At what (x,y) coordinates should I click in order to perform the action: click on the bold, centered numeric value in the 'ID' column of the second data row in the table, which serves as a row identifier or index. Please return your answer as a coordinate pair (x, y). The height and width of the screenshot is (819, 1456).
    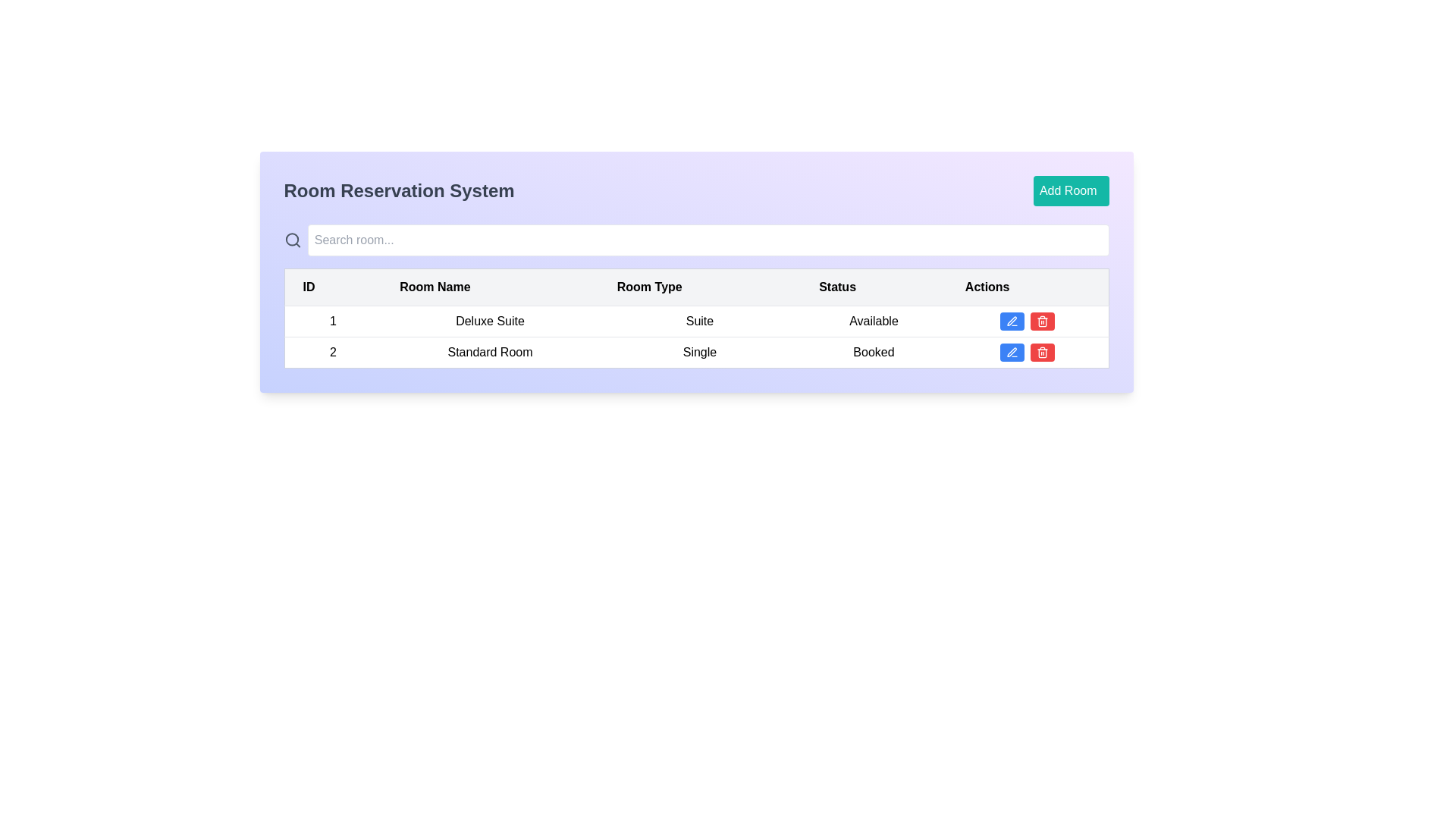
    Looking at the image, I should click on (332, 353).